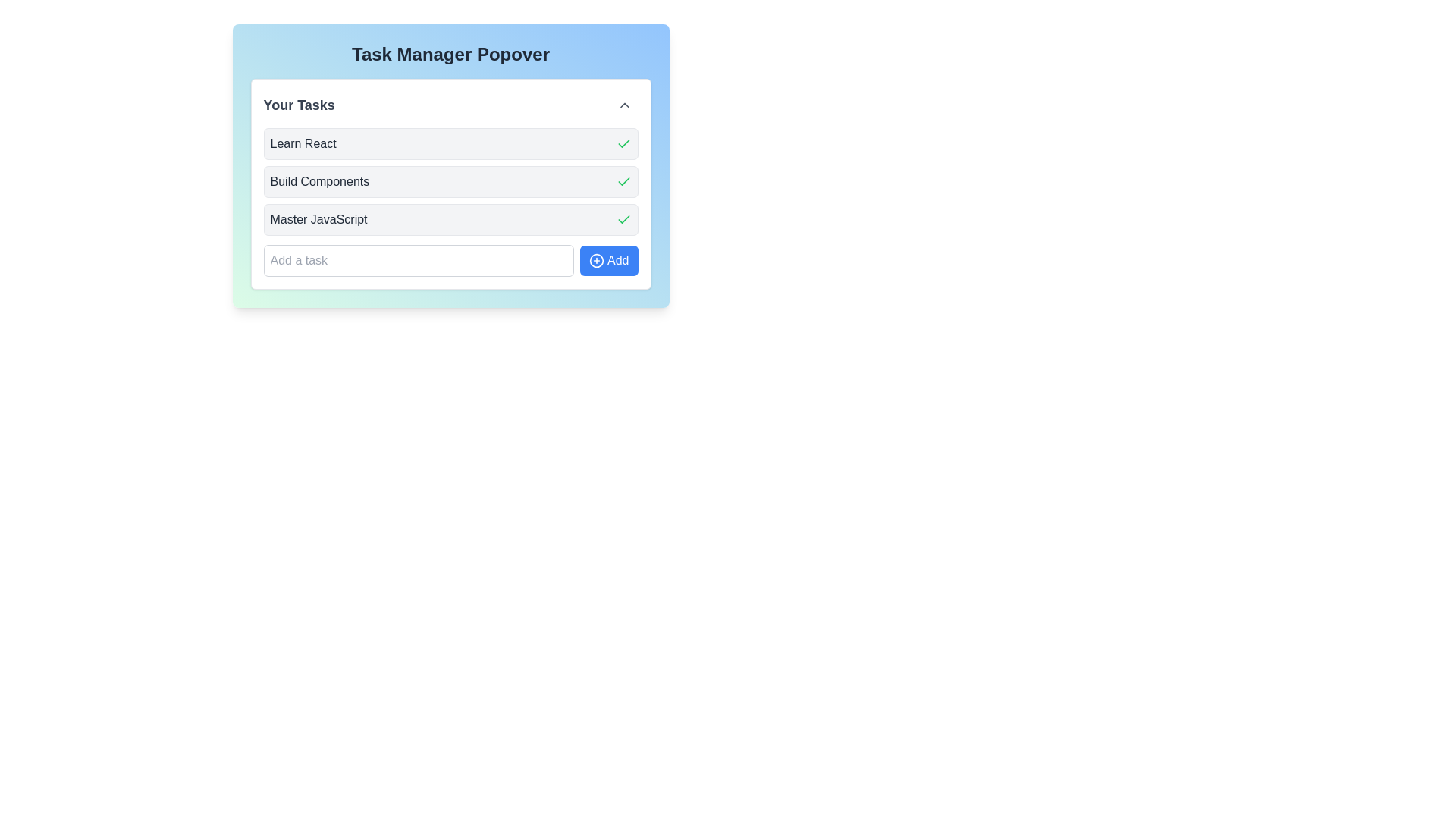  Describe the element at coordinates (303, 143) in the screenshot. I see `the static text label displaying the task title located near the top of the white section under the 'Your Tasks' heading` at that location.